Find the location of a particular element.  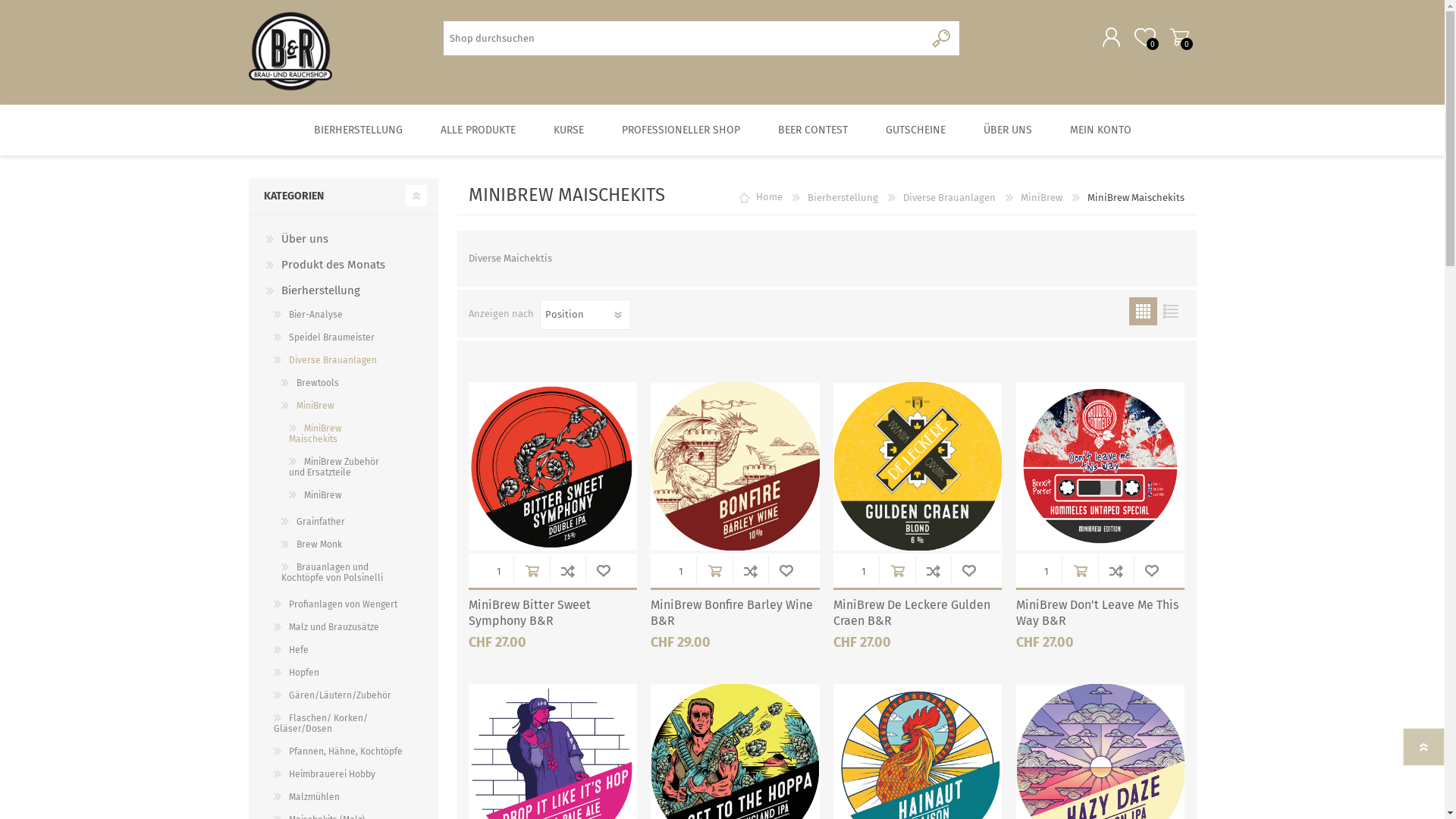

'Suchen' is located at coordinates (924, 37).